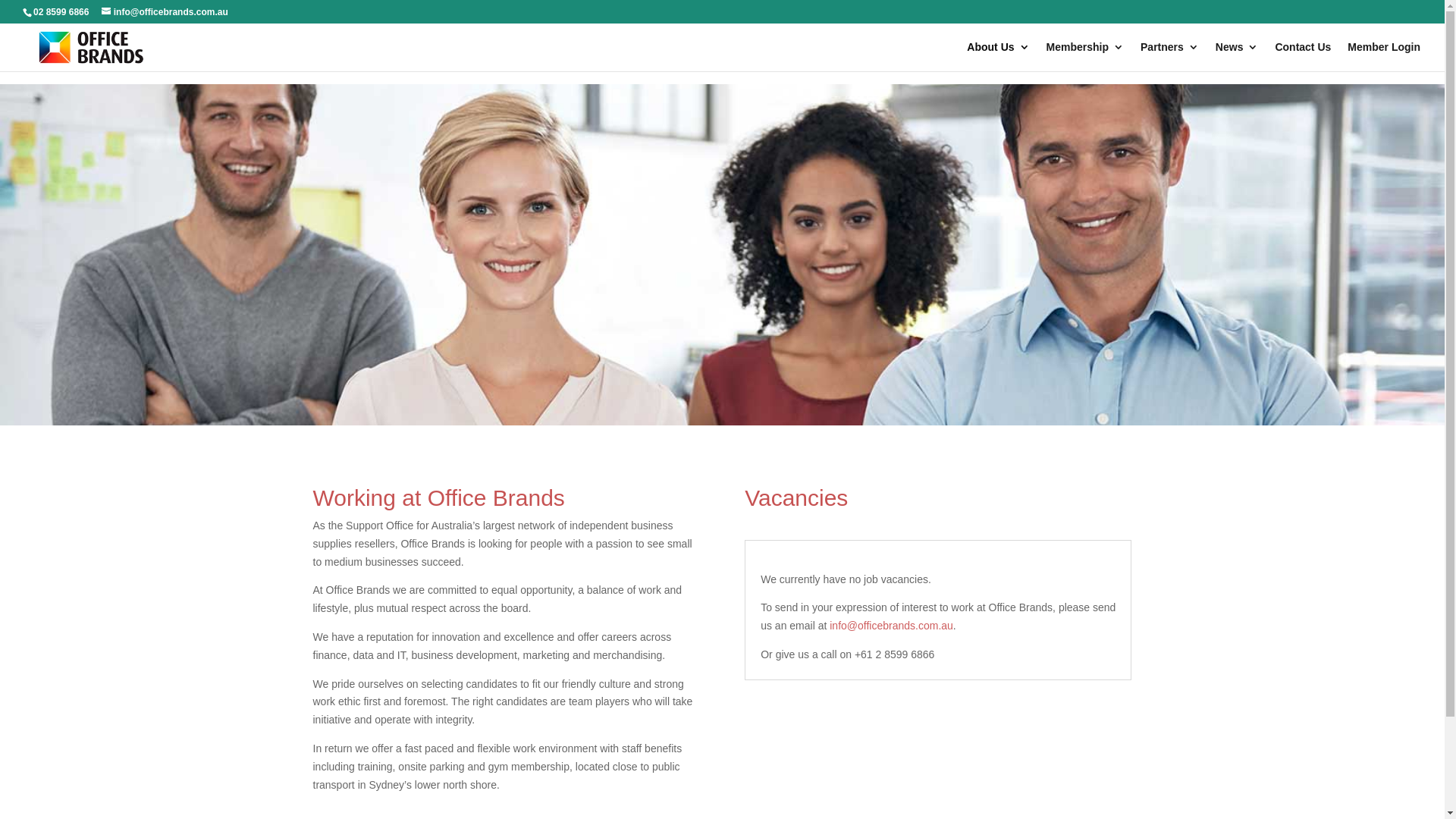  What do you see at coordinates (1237, 55) in the screenshot?
I see `'News'` at bounding box center [1237, 55].